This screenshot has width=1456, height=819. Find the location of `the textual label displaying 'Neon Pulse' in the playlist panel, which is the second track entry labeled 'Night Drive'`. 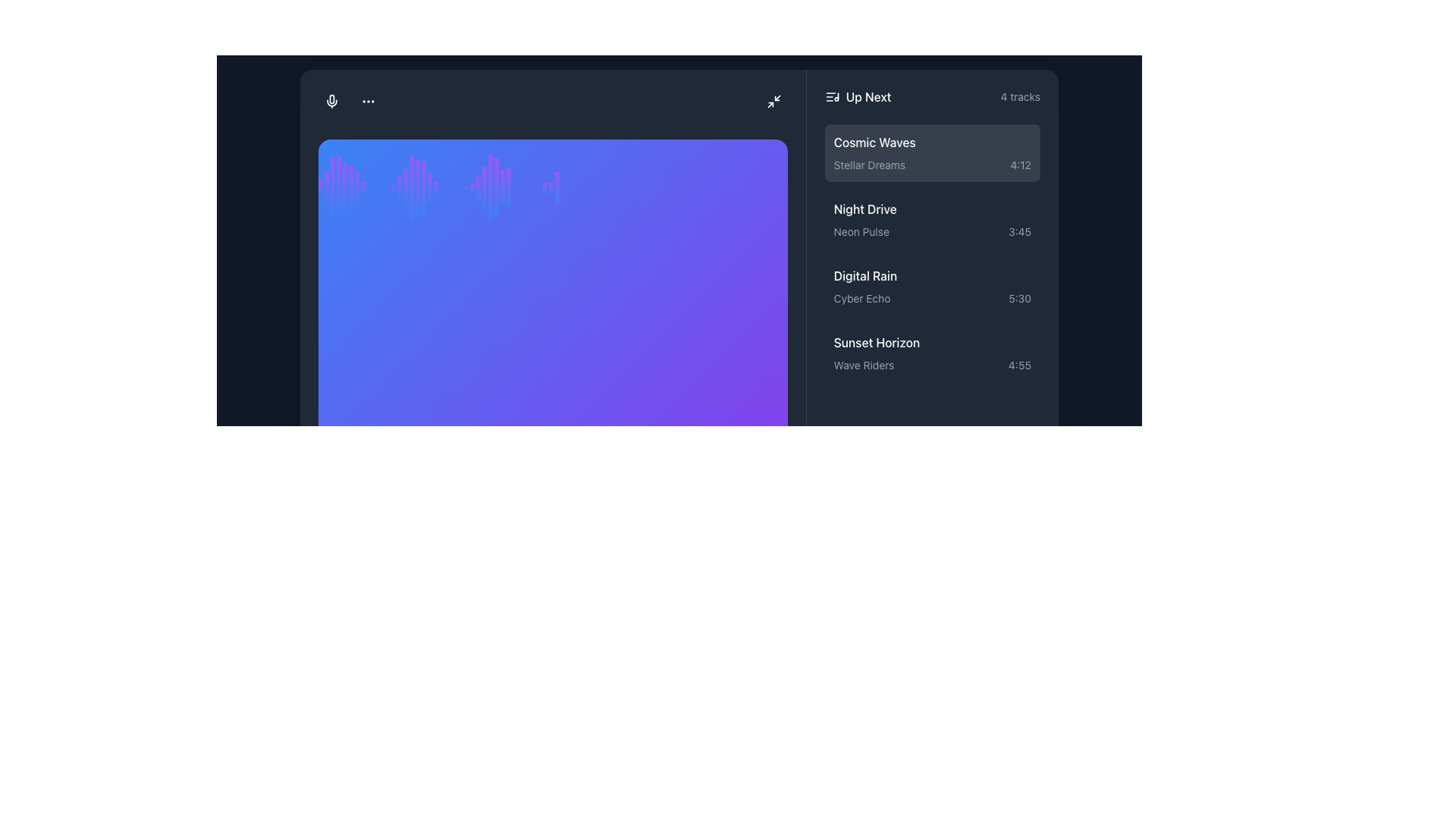

the textual label displaying 'Neon Pulse' in the playlist panel, which is the second track entry labeled 'Night Drive' is located at coordinates (861, 231).